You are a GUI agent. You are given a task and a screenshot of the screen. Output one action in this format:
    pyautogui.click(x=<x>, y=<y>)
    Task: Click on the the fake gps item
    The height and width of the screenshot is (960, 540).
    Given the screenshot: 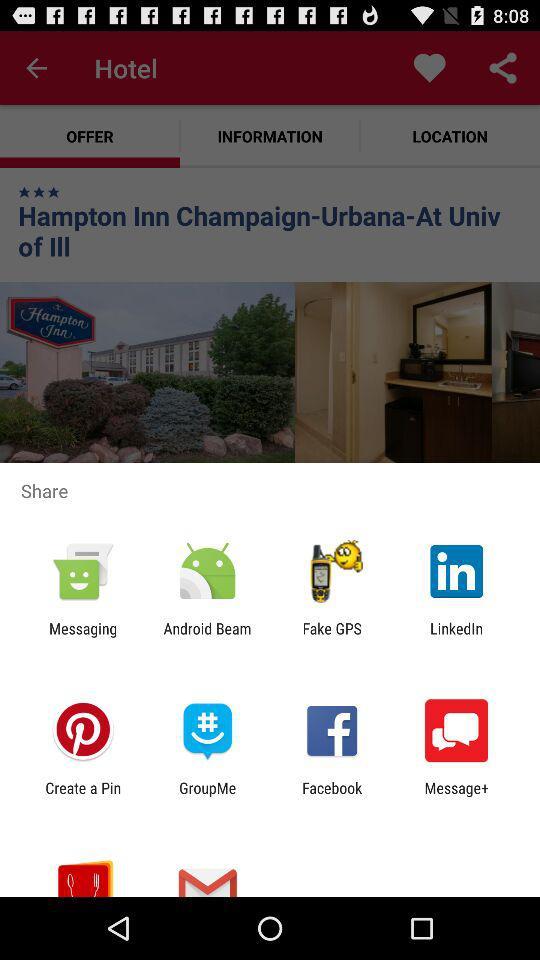 What is the action you would take?
    pyautogui.click(x=332, y=636)
    